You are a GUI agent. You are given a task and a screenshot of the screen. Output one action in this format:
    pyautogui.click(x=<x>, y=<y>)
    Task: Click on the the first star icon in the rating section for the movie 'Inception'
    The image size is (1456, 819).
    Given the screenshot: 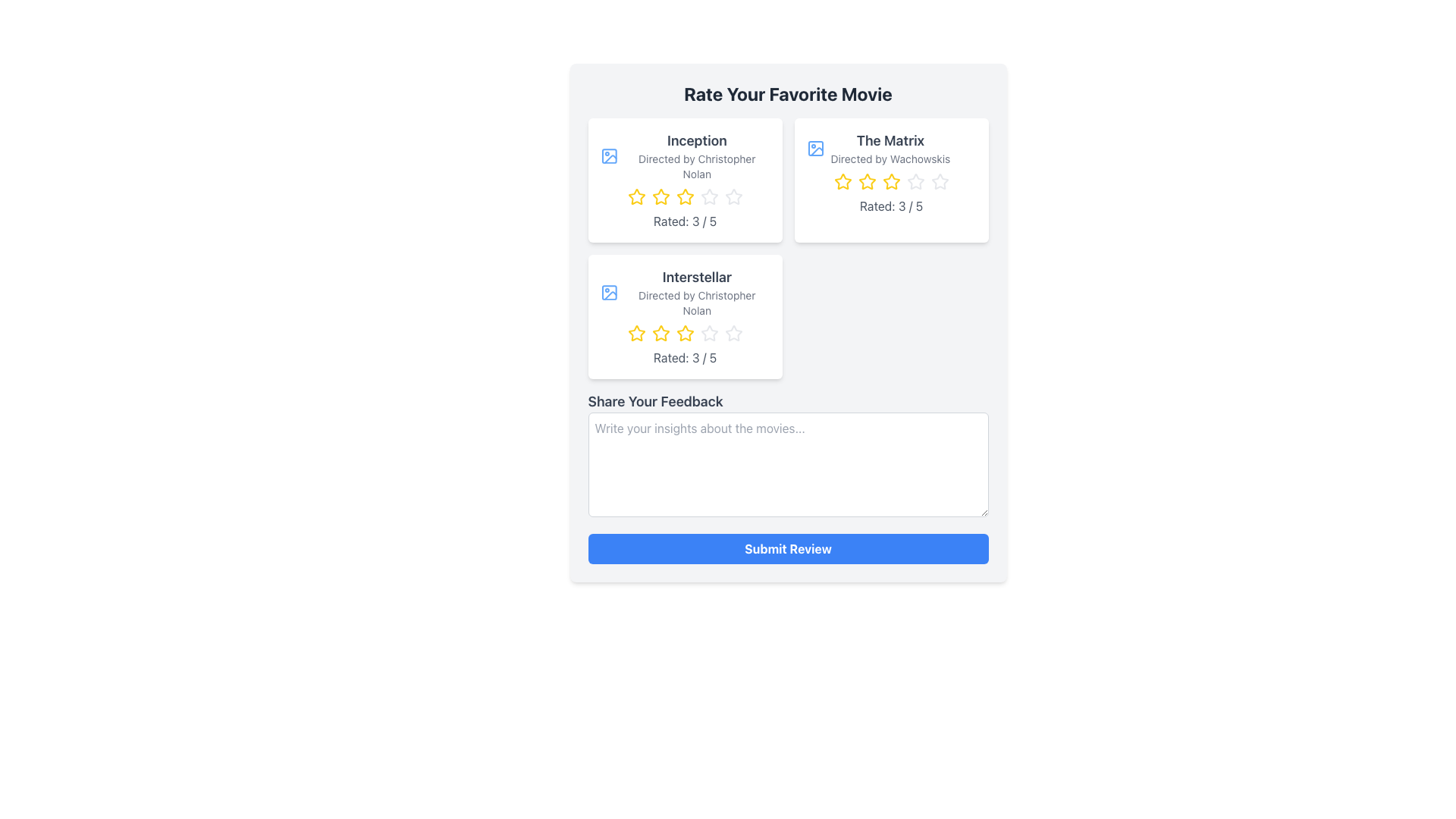 What is the action you would take?
    pyautogui.click(x=636, y=196)
    